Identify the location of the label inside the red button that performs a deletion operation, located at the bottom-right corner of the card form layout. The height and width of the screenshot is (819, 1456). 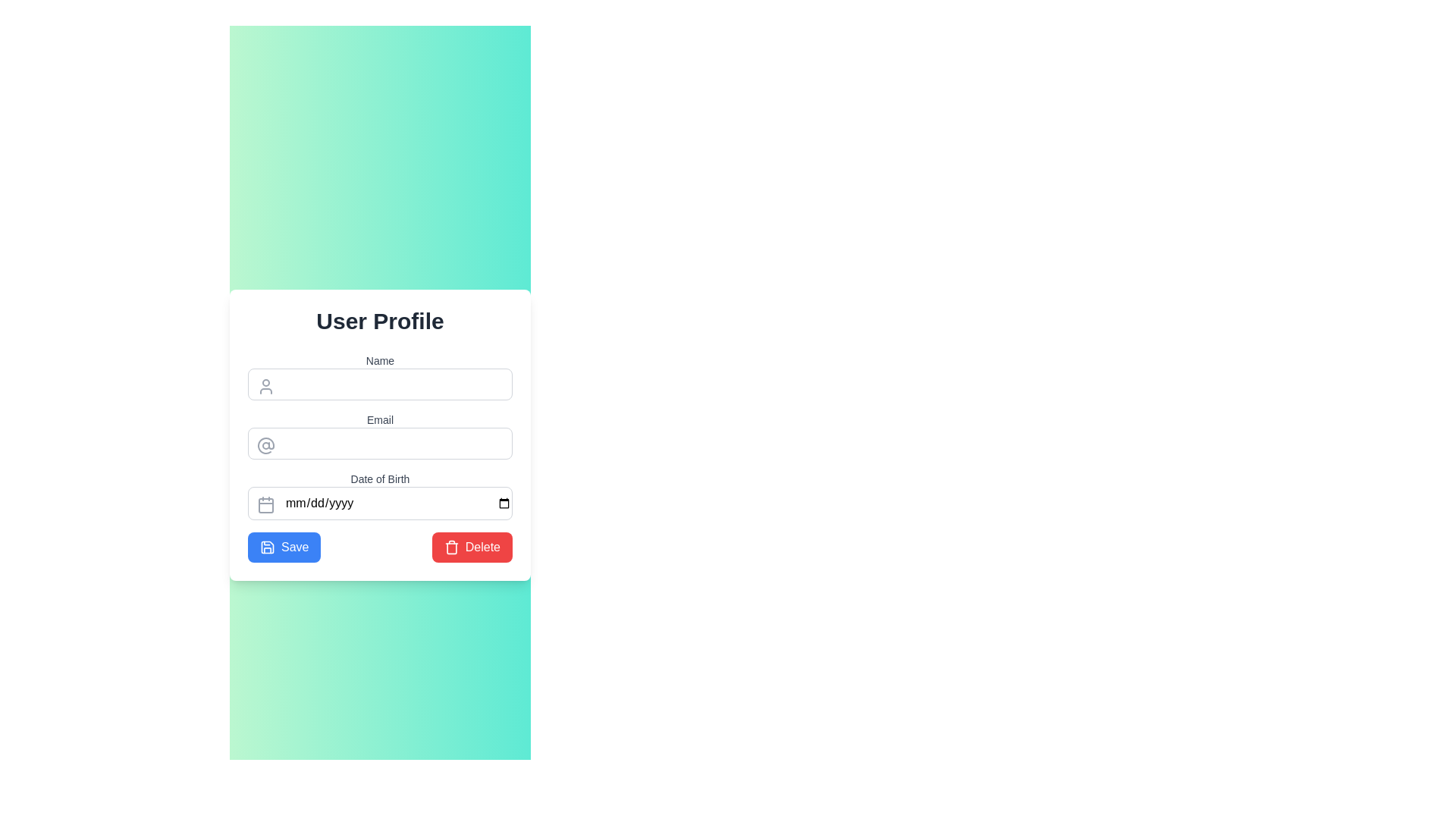
(482, 547).